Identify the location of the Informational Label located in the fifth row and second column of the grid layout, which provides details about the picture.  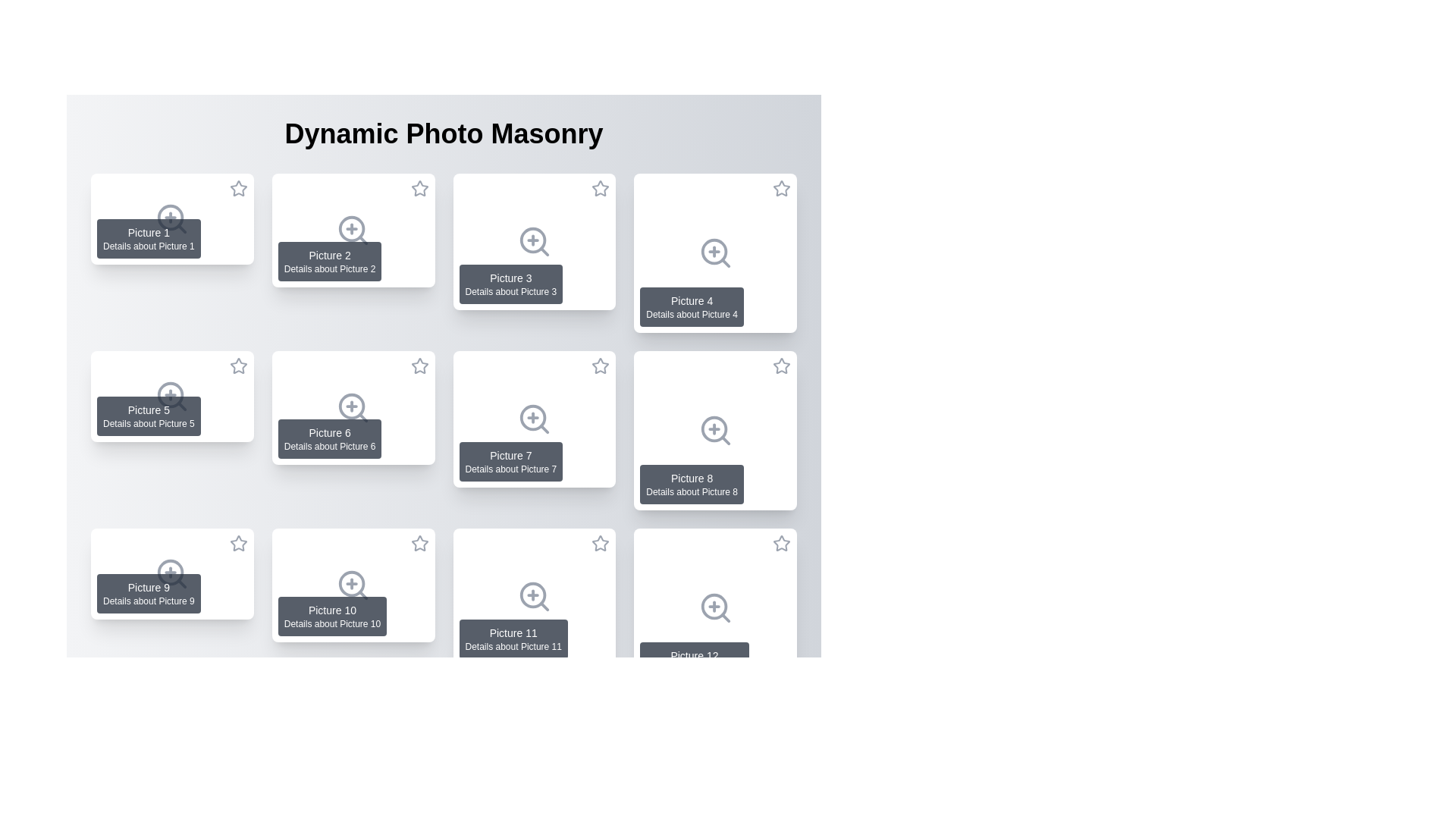
(331, 617).